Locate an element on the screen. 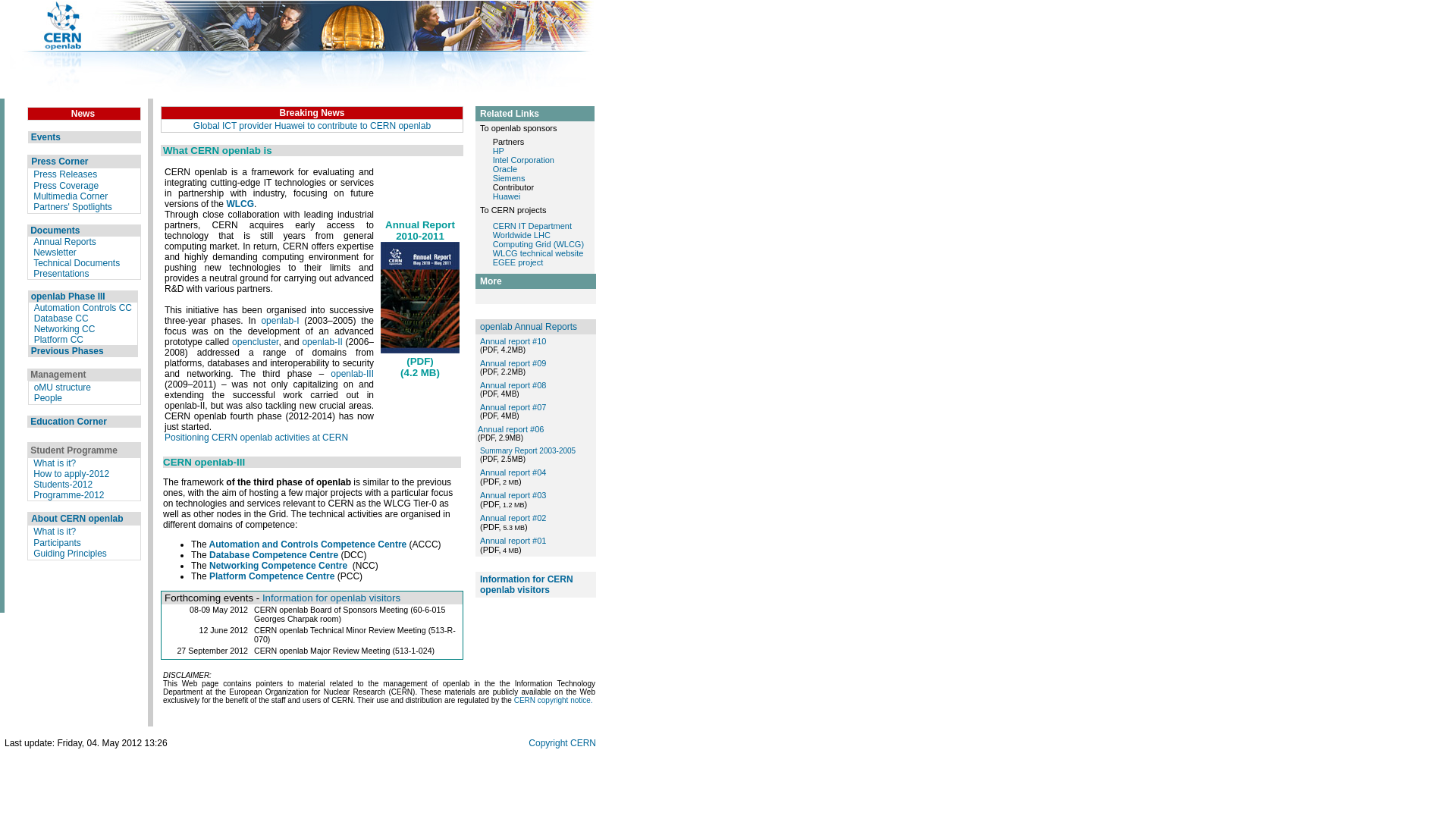  'Press Coverage' is located at coordinates (64, 185).